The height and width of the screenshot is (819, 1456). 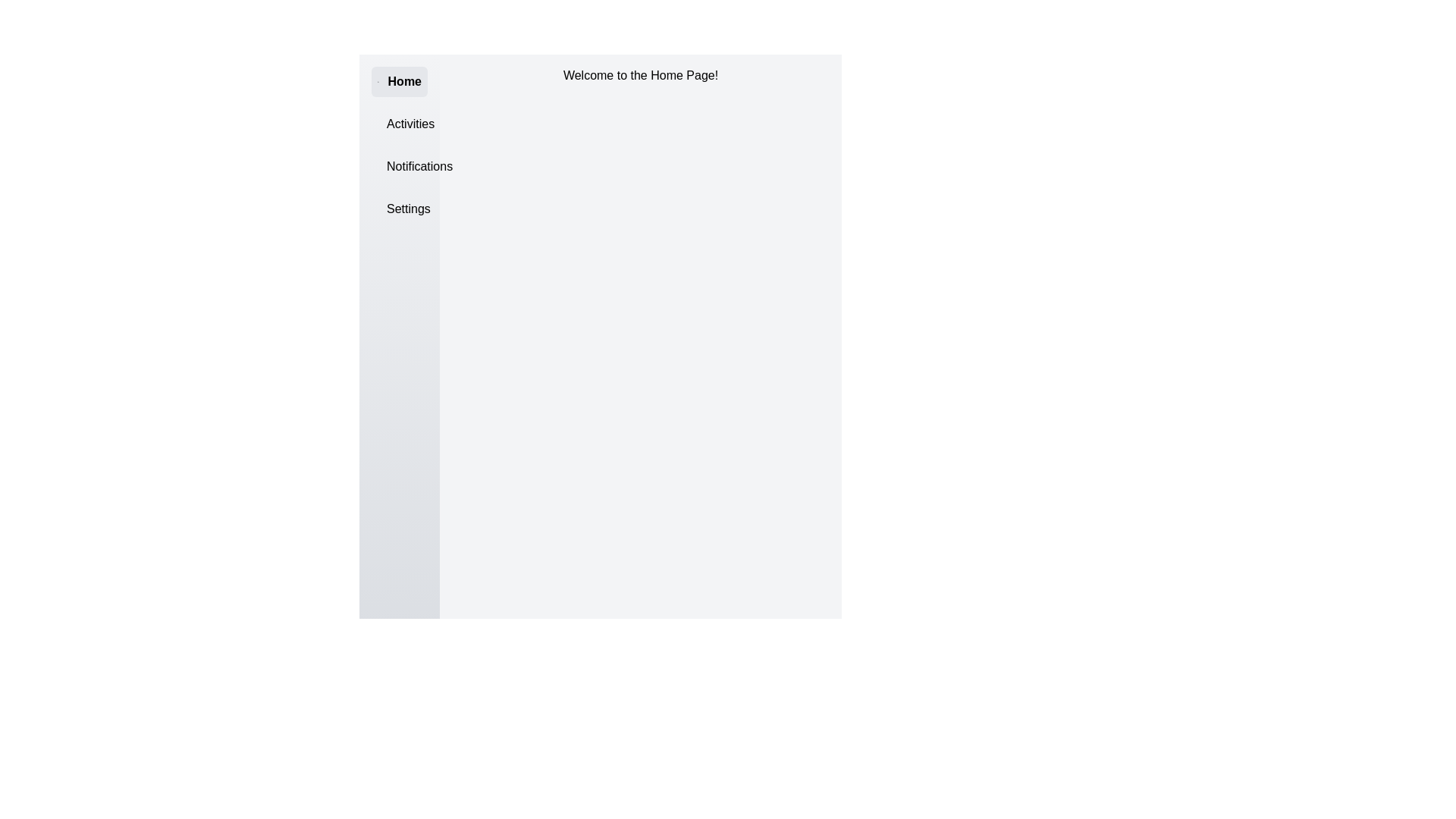 What do you see at coordinates (400, 82) in the screenshot?
I see `the navigation button located at the top of the vertical menu` at bounding box center [400, 82].